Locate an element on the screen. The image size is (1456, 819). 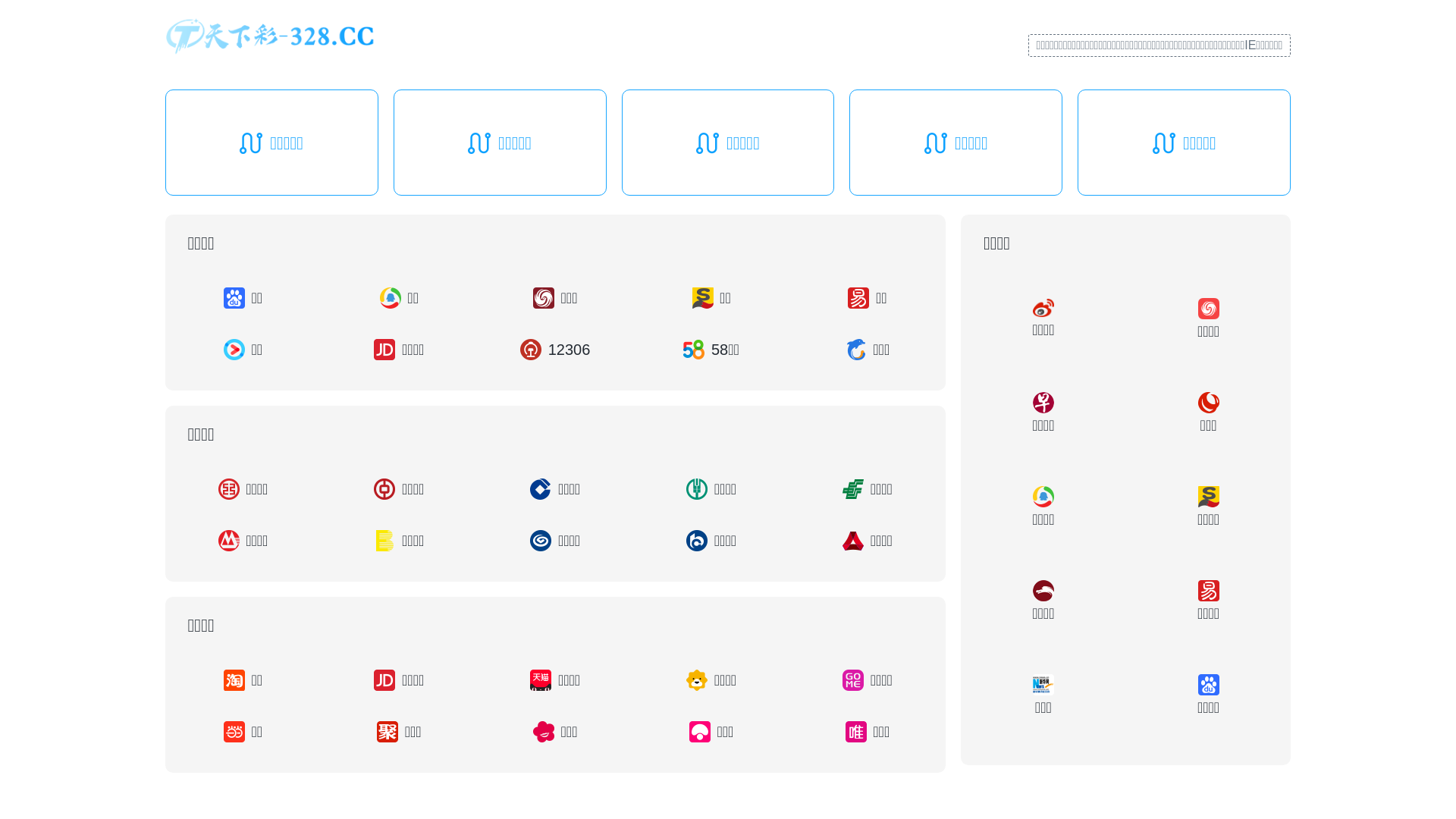
'12306' is located at coordinates (554, 350).